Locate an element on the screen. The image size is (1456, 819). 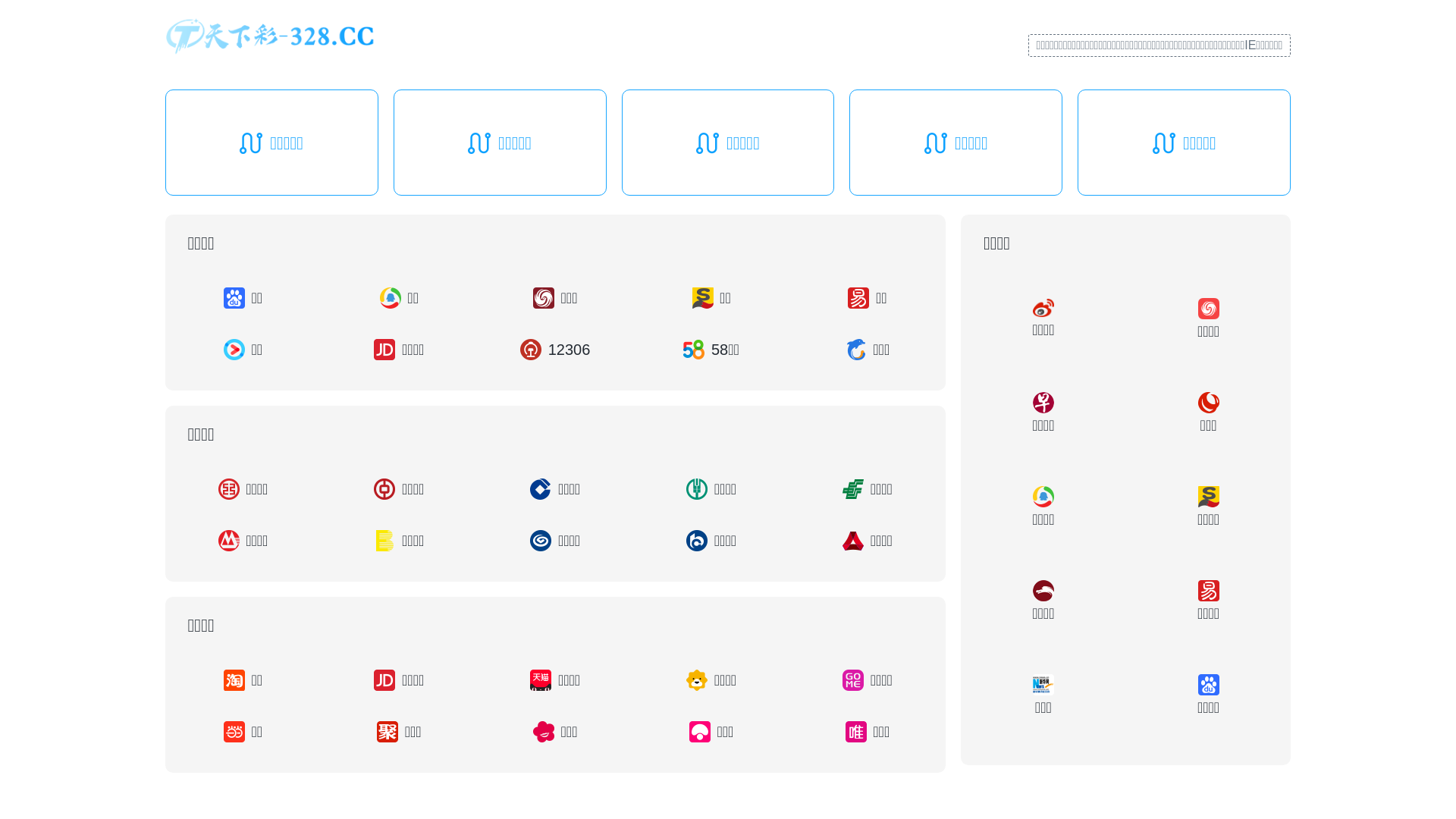
'12306' is located at coordinates (554, 350).